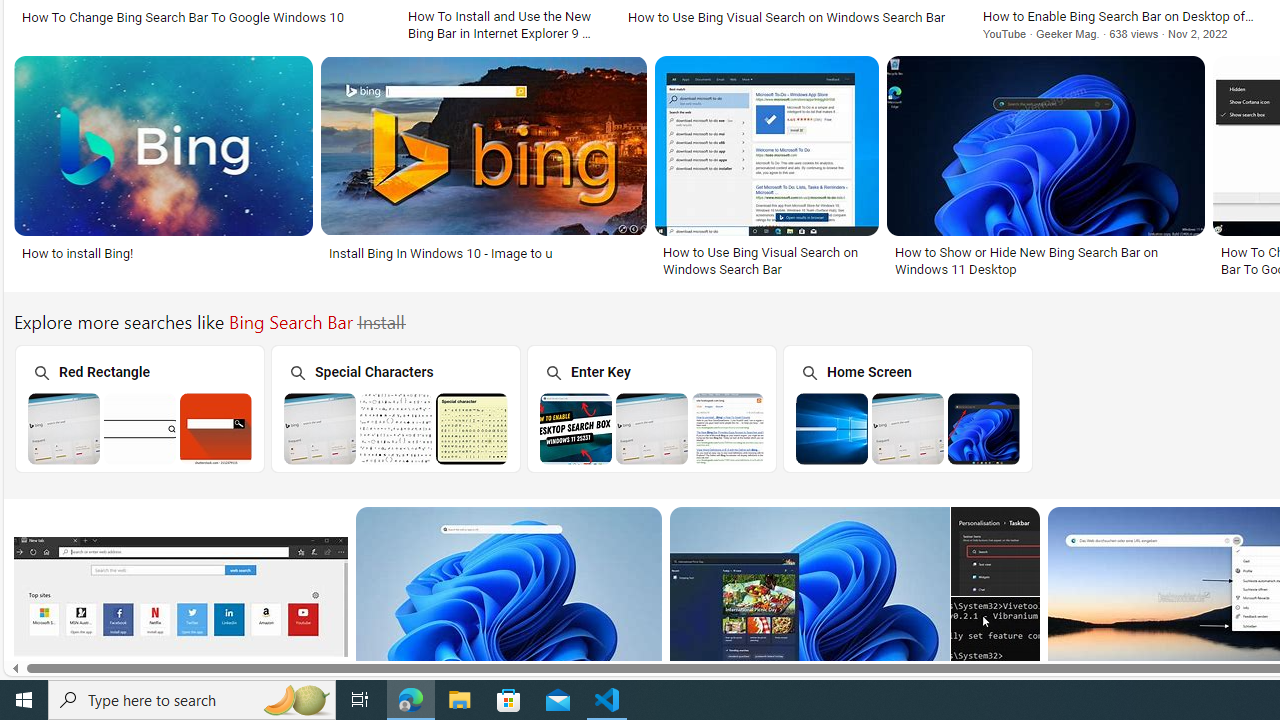 The height and width of the screenshot is (720, 1280). I want to click on 'Red Rectangle Bing Search Bar Red Rectangle', so click(138, 407).